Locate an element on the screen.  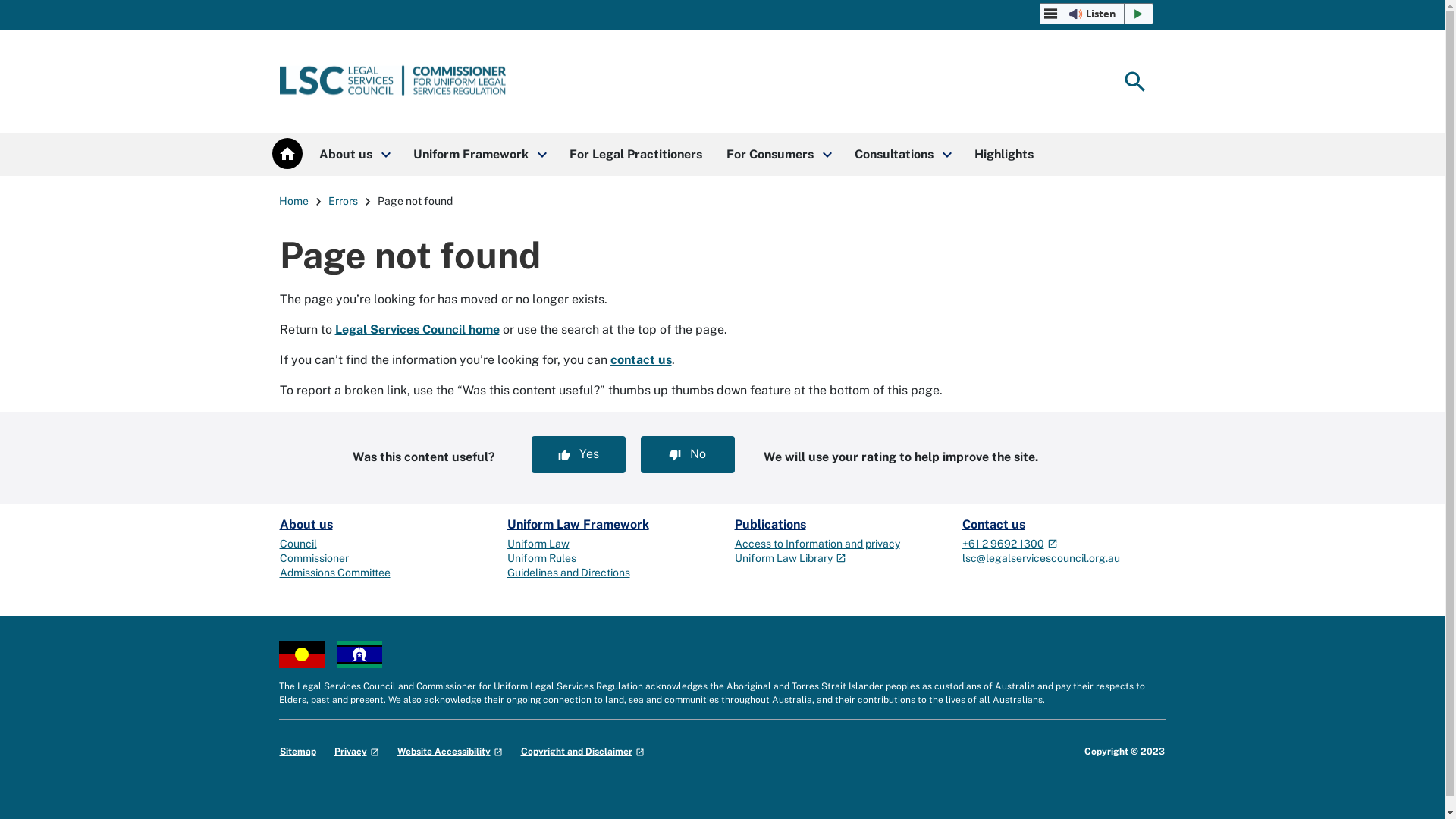
'Highlights' is located at coordinates (1003, 155).